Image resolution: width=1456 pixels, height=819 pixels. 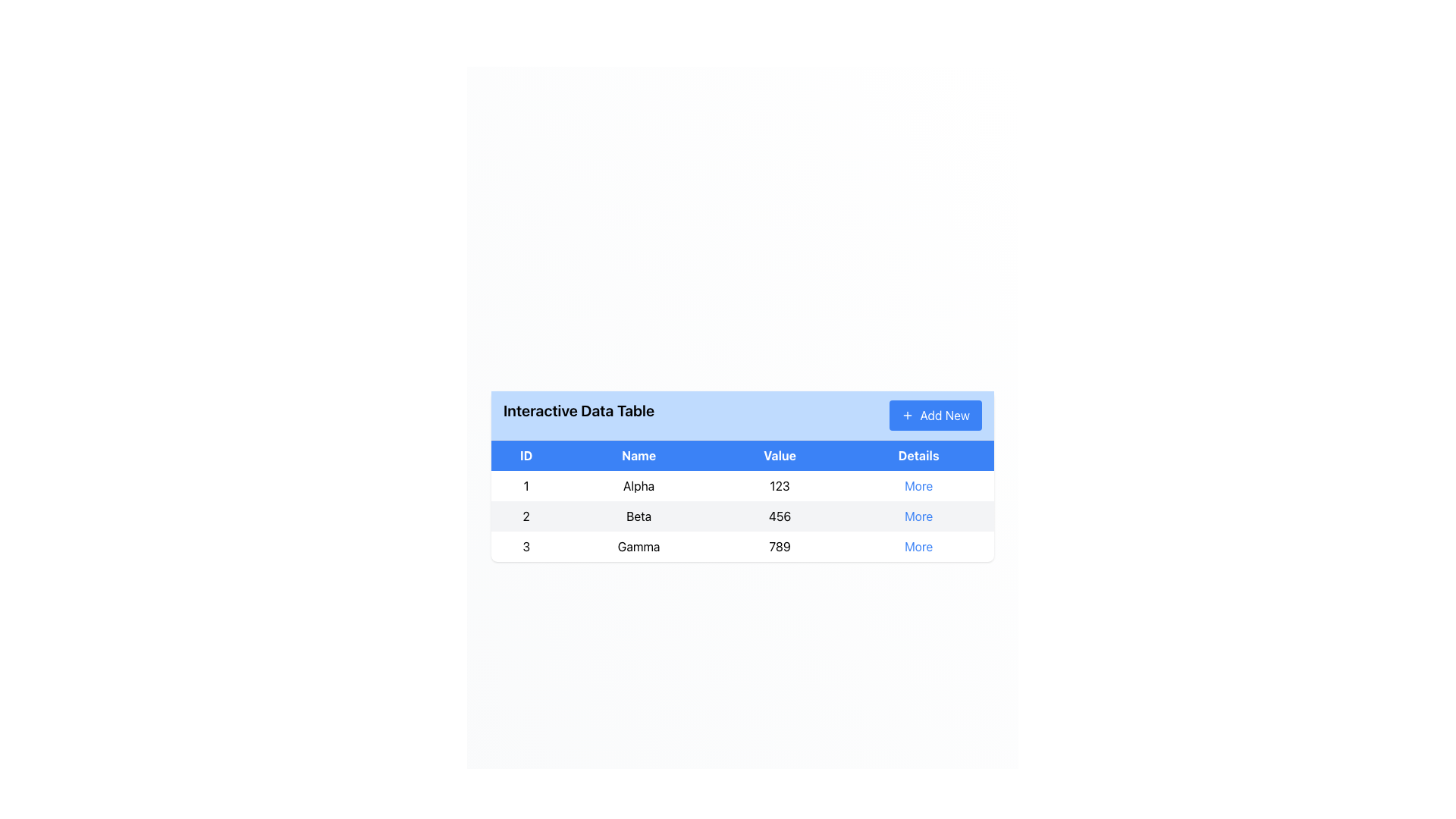 I want to click on the third column header text label in the table that indicates it displays values or numerical data, so click(x=780, y=454).